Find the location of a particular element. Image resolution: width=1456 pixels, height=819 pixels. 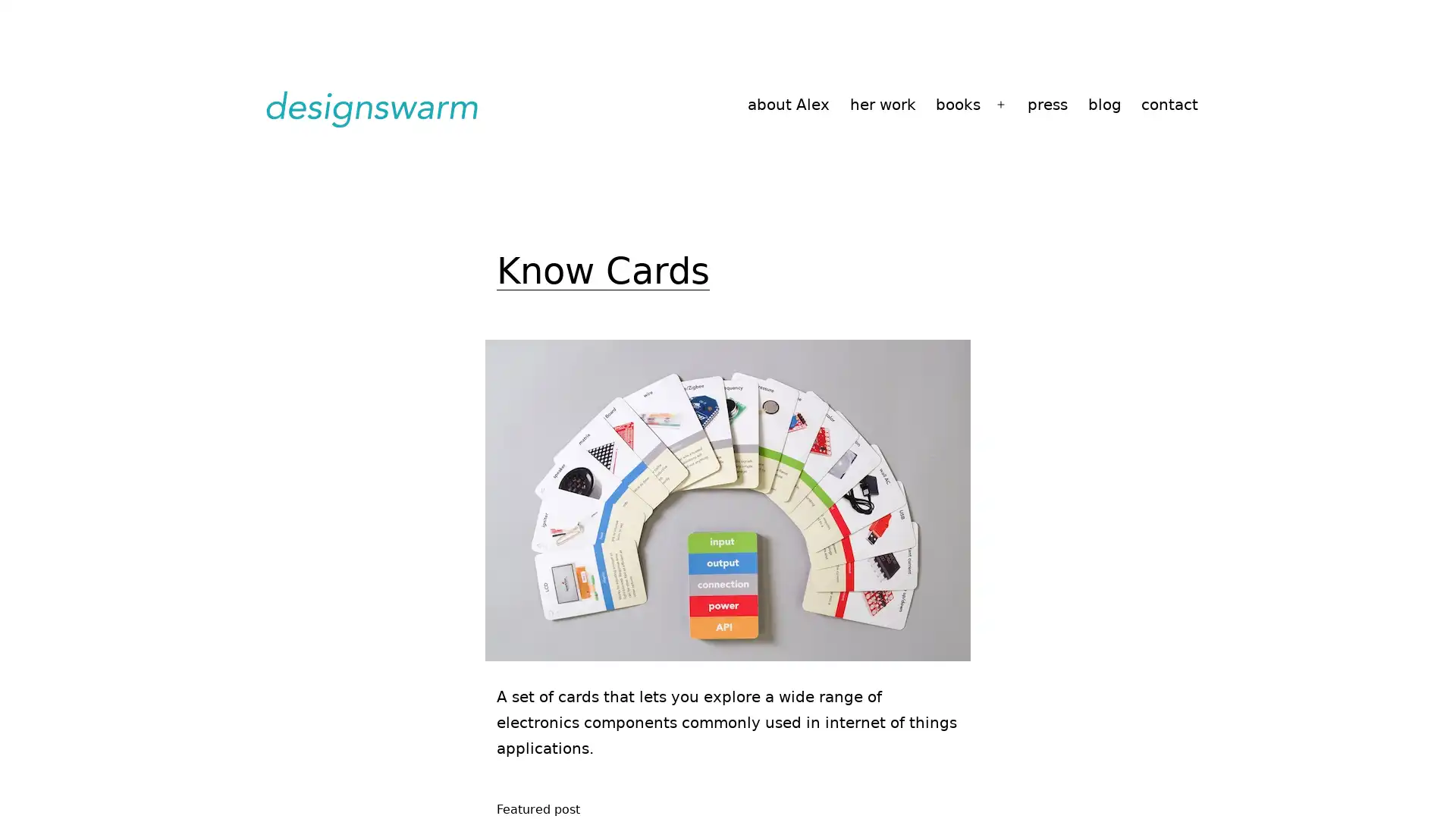

Open menu is located at coordinates (1001, 104).